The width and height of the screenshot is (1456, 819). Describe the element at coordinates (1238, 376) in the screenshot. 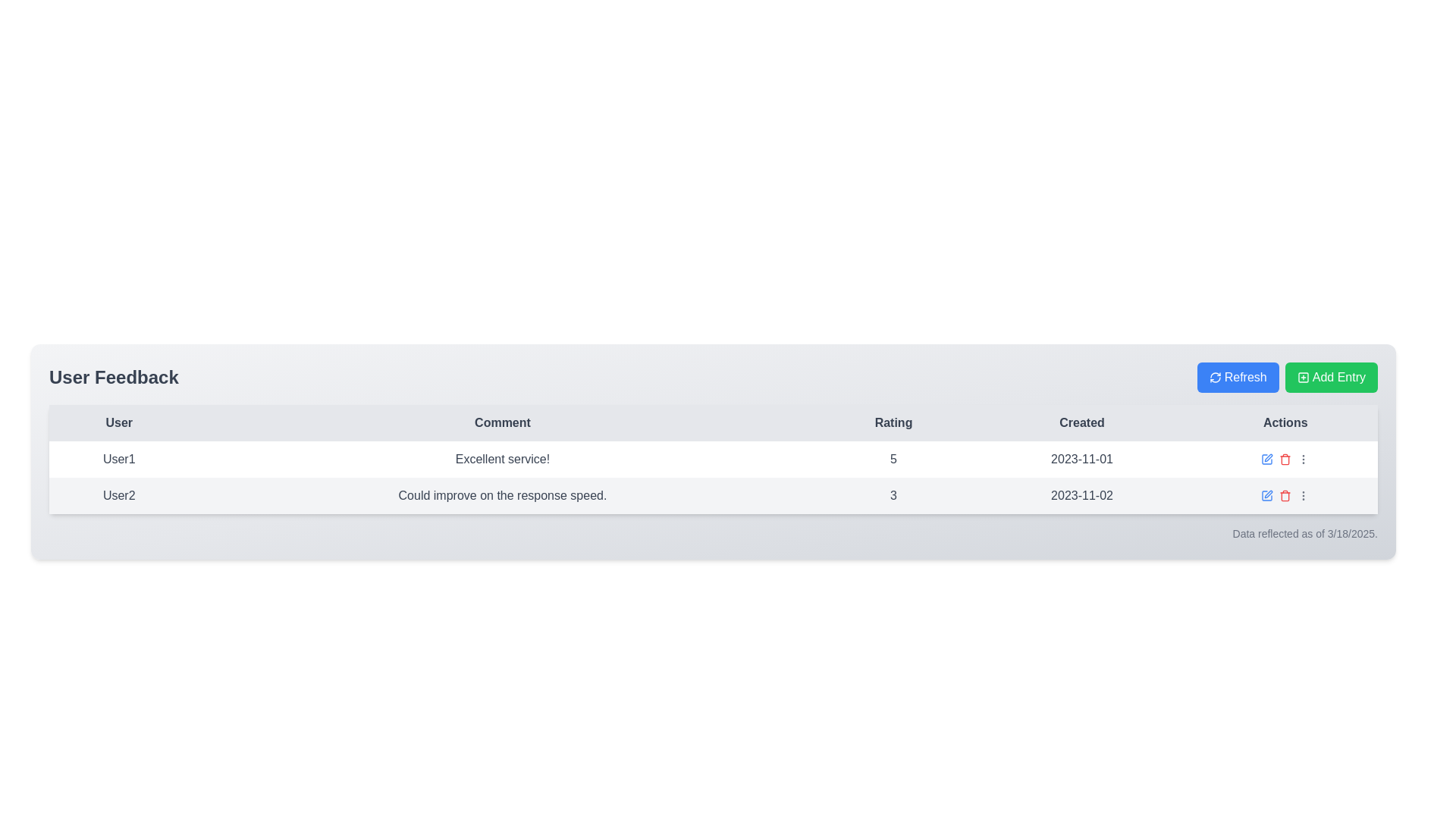

I see `the refresh button located at the top-right corner of the panel to observe the hover state change` at that location.